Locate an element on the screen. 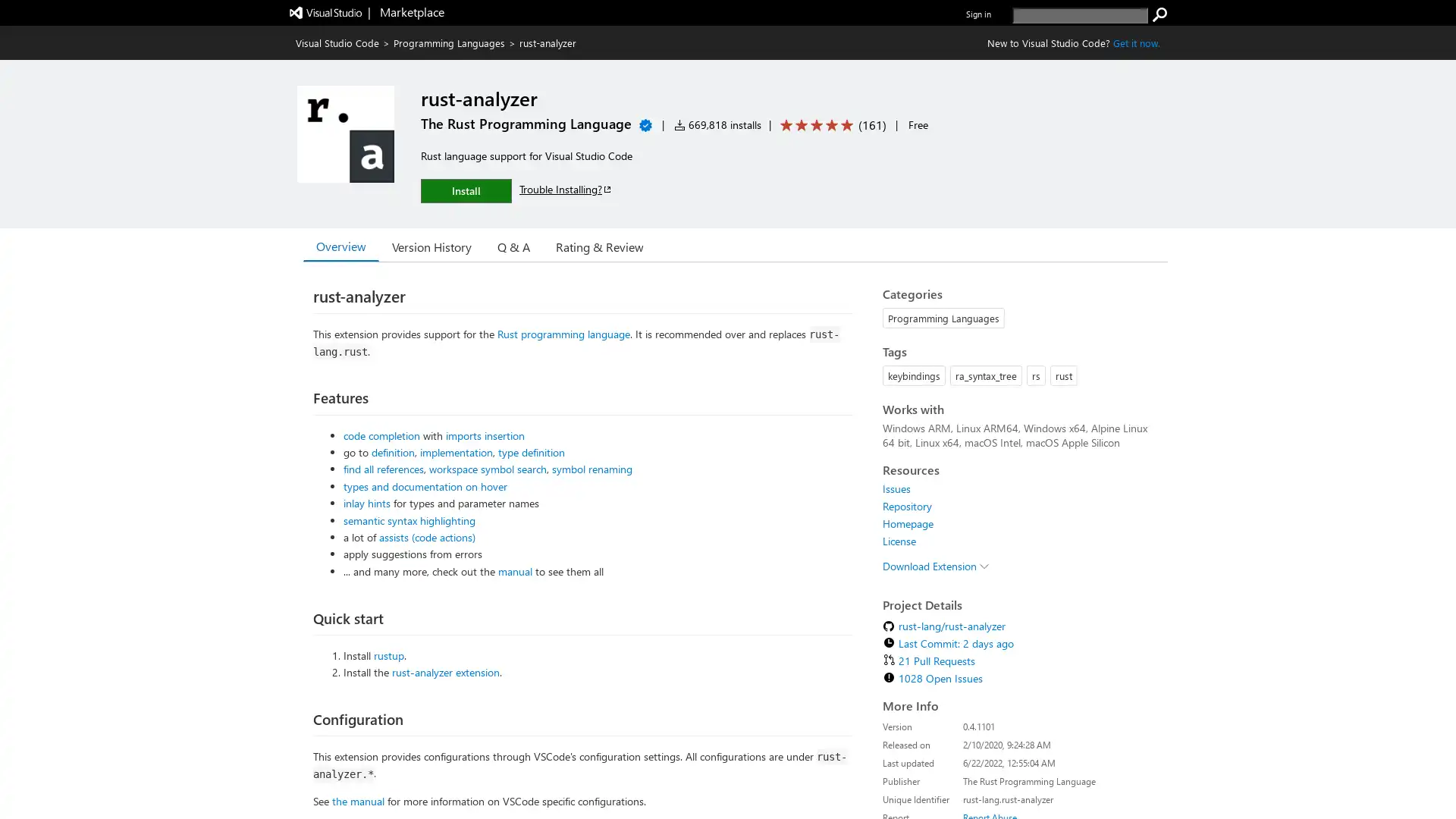 Image resolution: width=1456 pixels, height=819 pixels. search is located at coordinates (1159, 14).